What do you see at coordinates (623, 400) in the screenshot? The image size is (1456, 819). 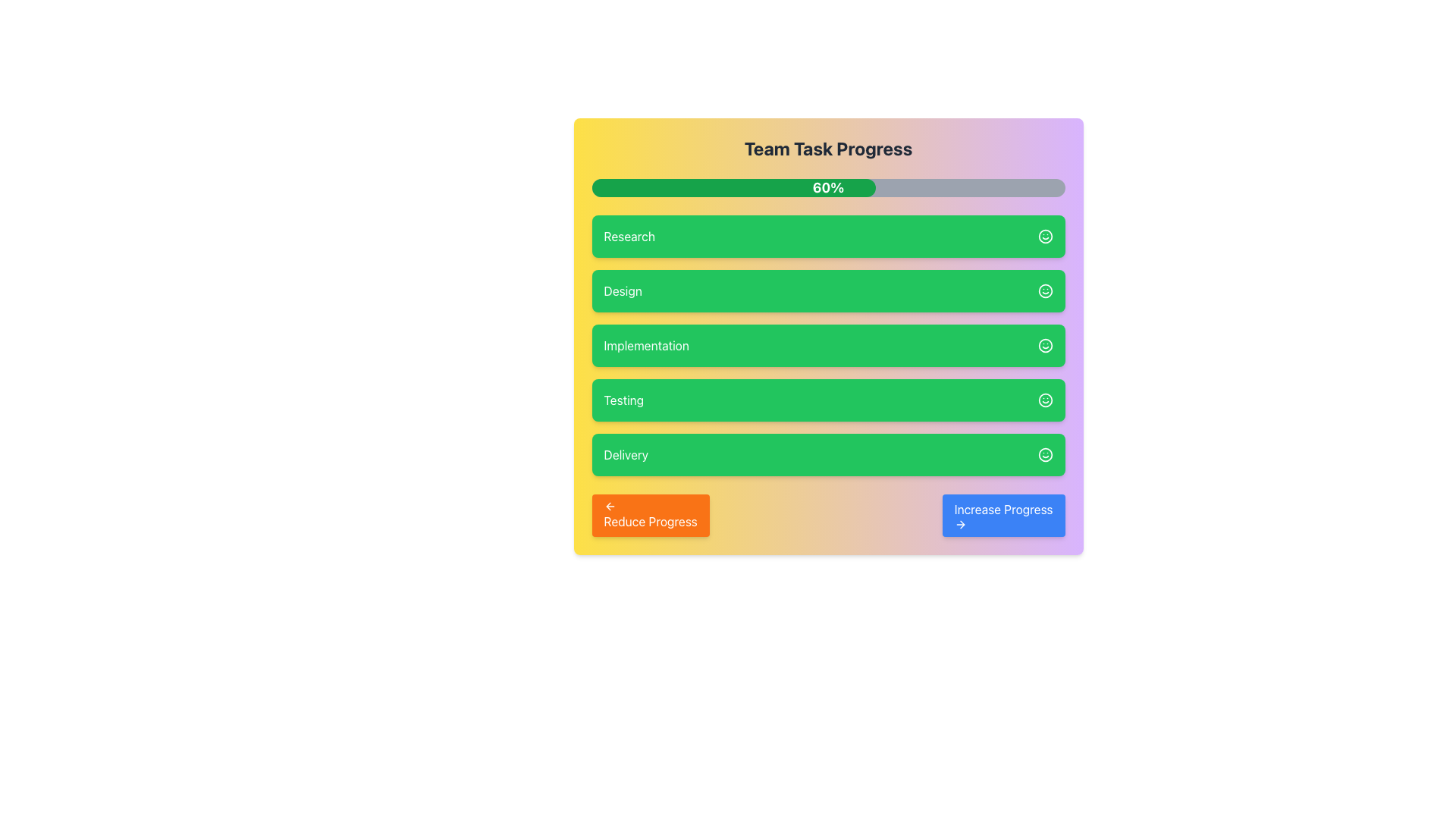 I see `the text label styled in bold sans-serif font, displayed in white on a green background, located in the fourth row of the task labels` at bounding box center [623, 400].